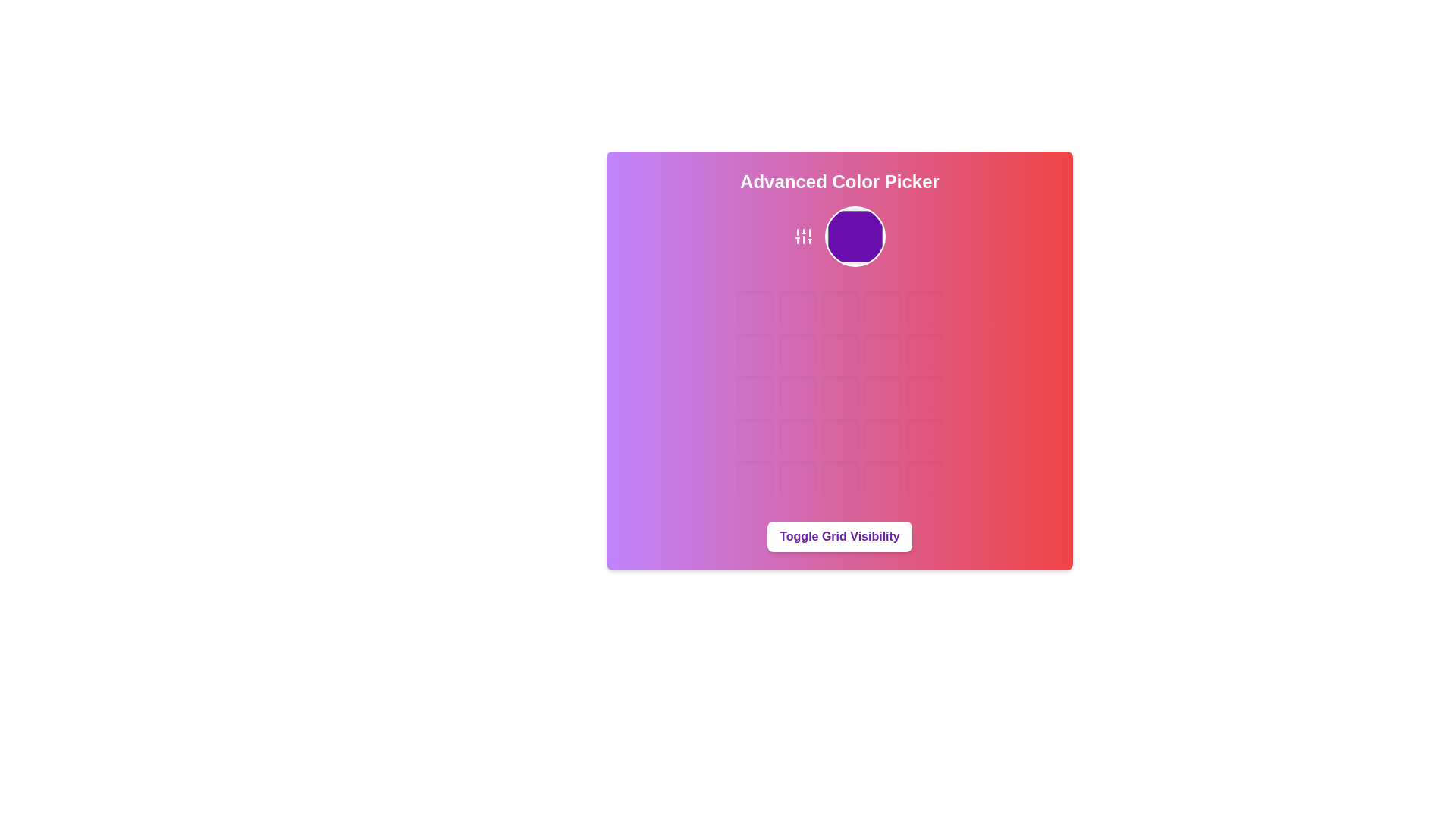 The width and height of the screenshot is (1456, 819). What do you see at coordinates (839, 180) in the screenshot?
I see `the text label that displays 'Advanced Color Picker', which is bold and large, with a white font on a gradient background from purple to red` at bounding box center [839, 180].